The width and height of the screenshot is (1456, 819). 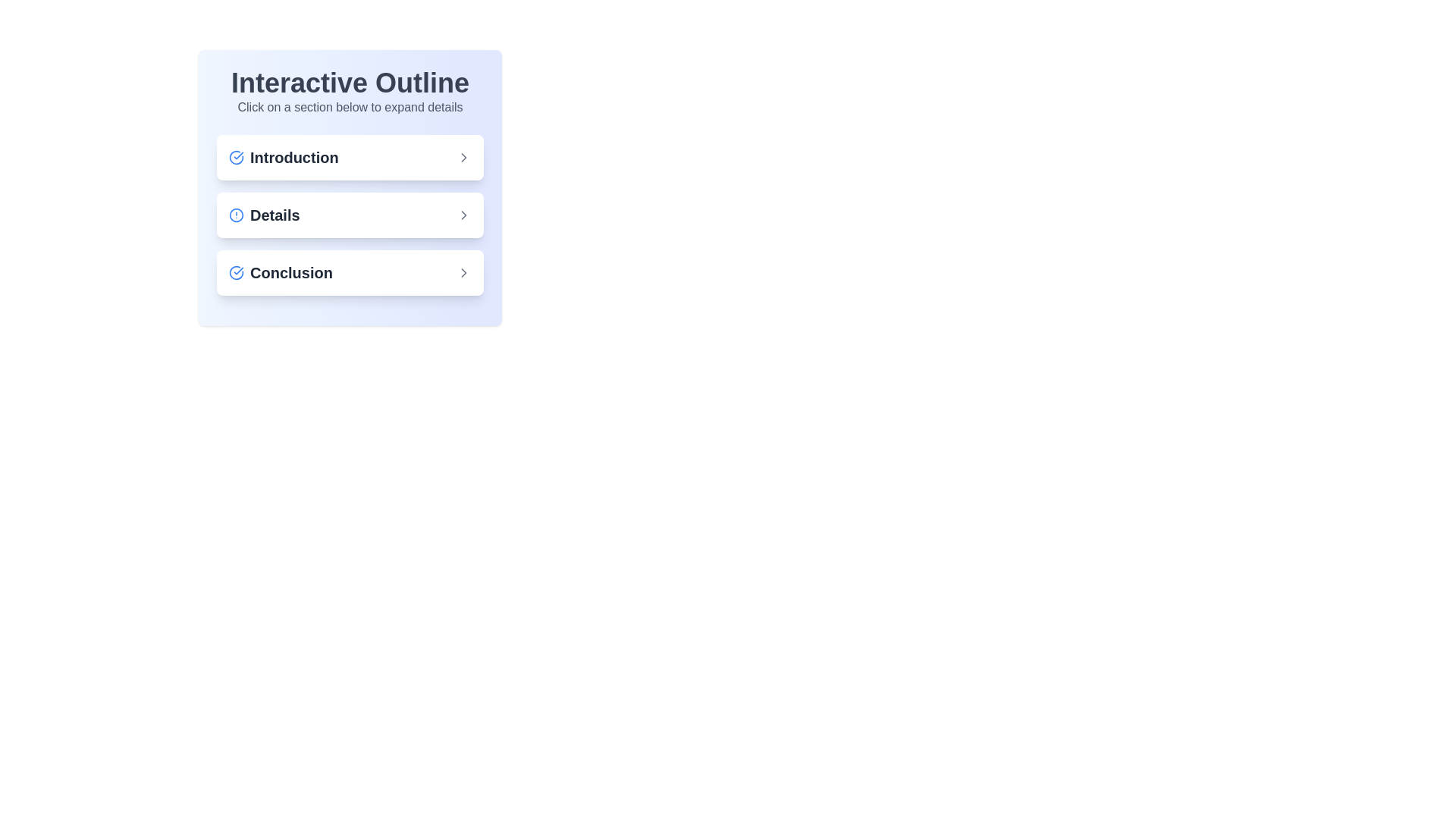 What do you see at coordinates (236, 271) in the screenshot?
I see `the icon that visually denotes a completed or checked state for the 'Conclusion' section, located to the left of the 'Conclusion' text` at bounding box center [236, 271].